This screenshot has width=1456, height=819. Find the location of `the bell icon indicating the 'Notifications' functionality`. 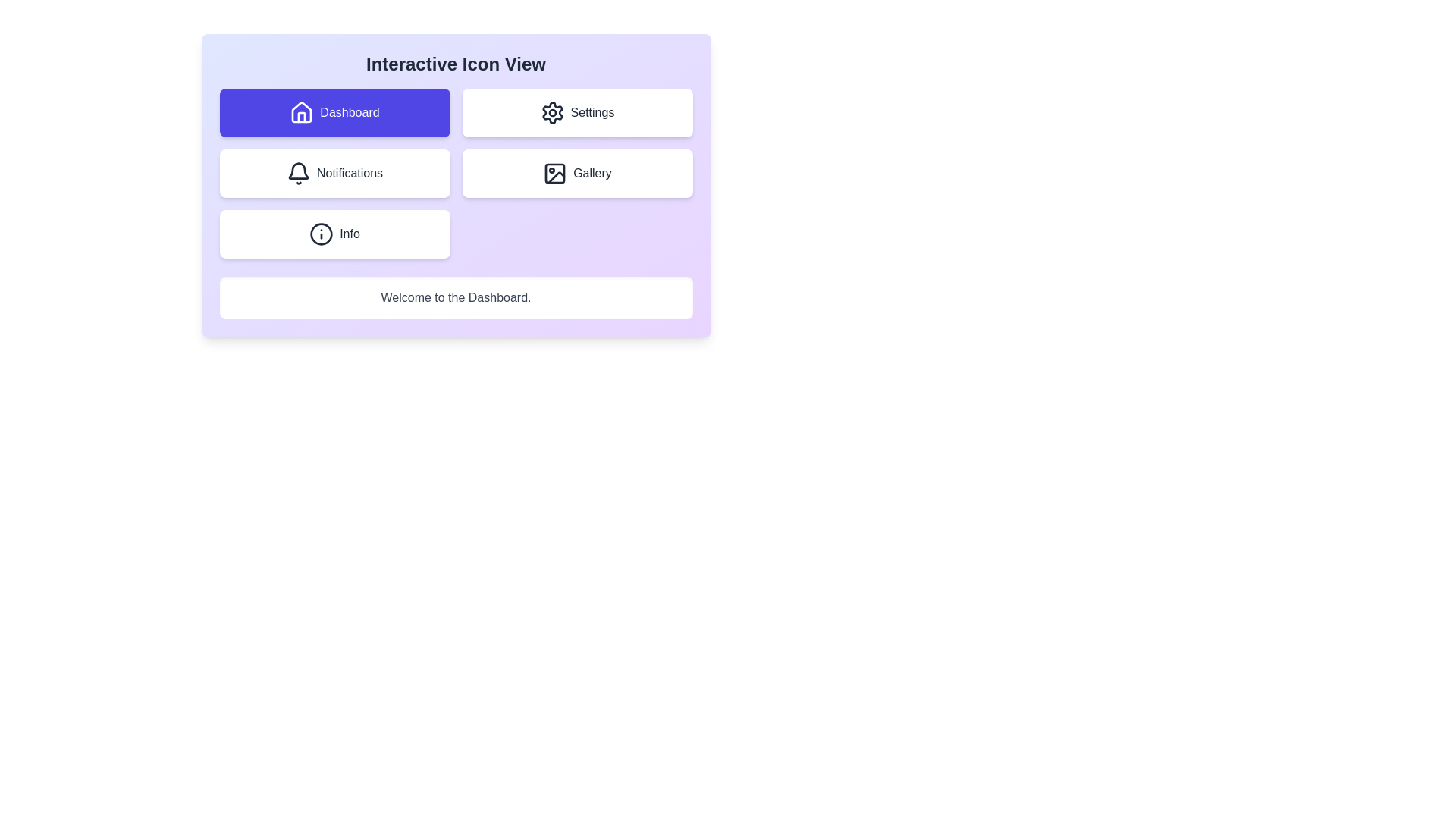

the bell icon indicating the 'Notifications' functionality is located at coordinates (298, 172).